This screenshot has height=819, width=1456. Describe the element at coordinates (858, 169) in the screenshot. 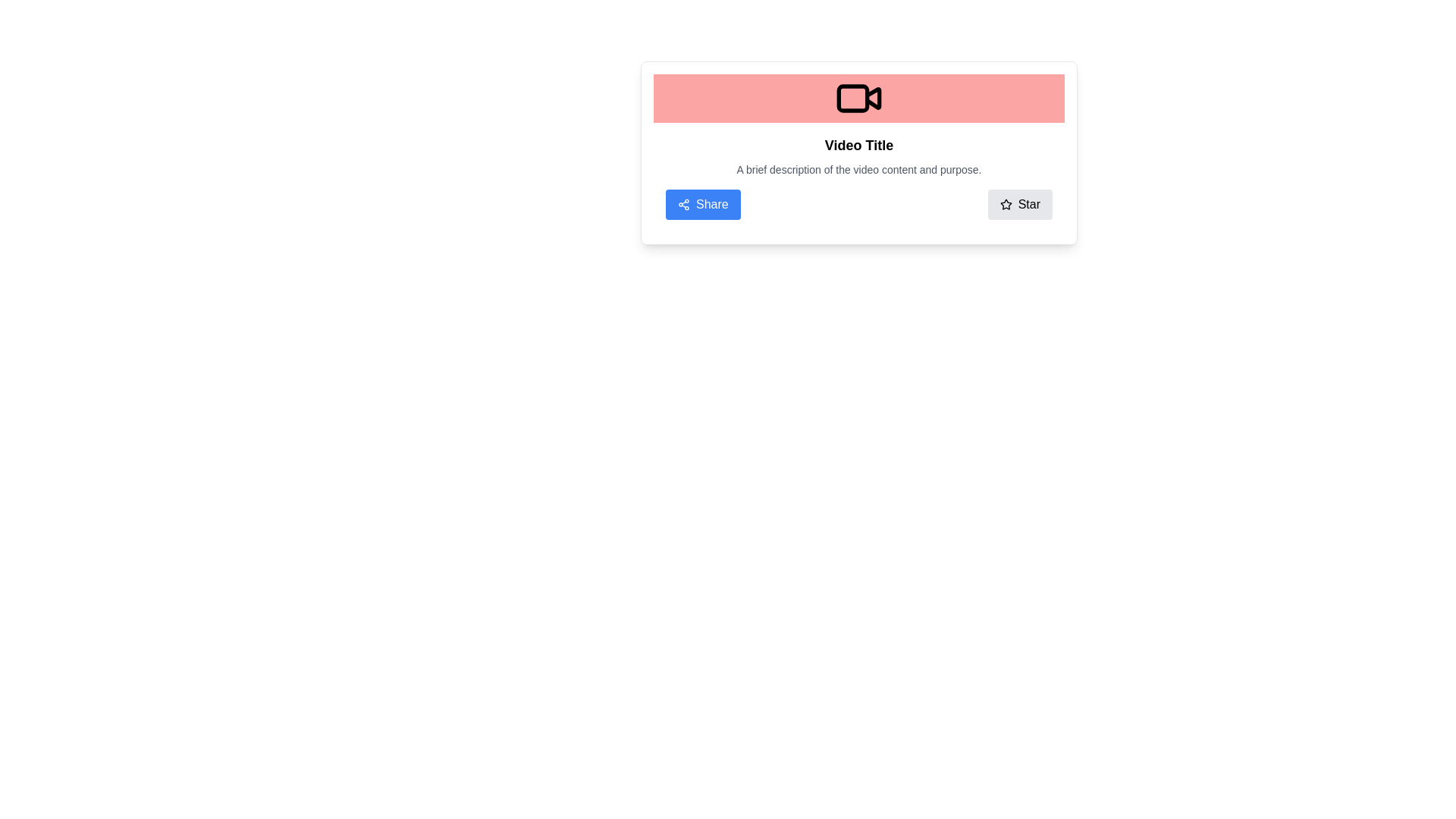

I see `the gray text paragraph that reads 'A brief description of the video content and purpose.' positioned below the 'Video Title'` at that location.